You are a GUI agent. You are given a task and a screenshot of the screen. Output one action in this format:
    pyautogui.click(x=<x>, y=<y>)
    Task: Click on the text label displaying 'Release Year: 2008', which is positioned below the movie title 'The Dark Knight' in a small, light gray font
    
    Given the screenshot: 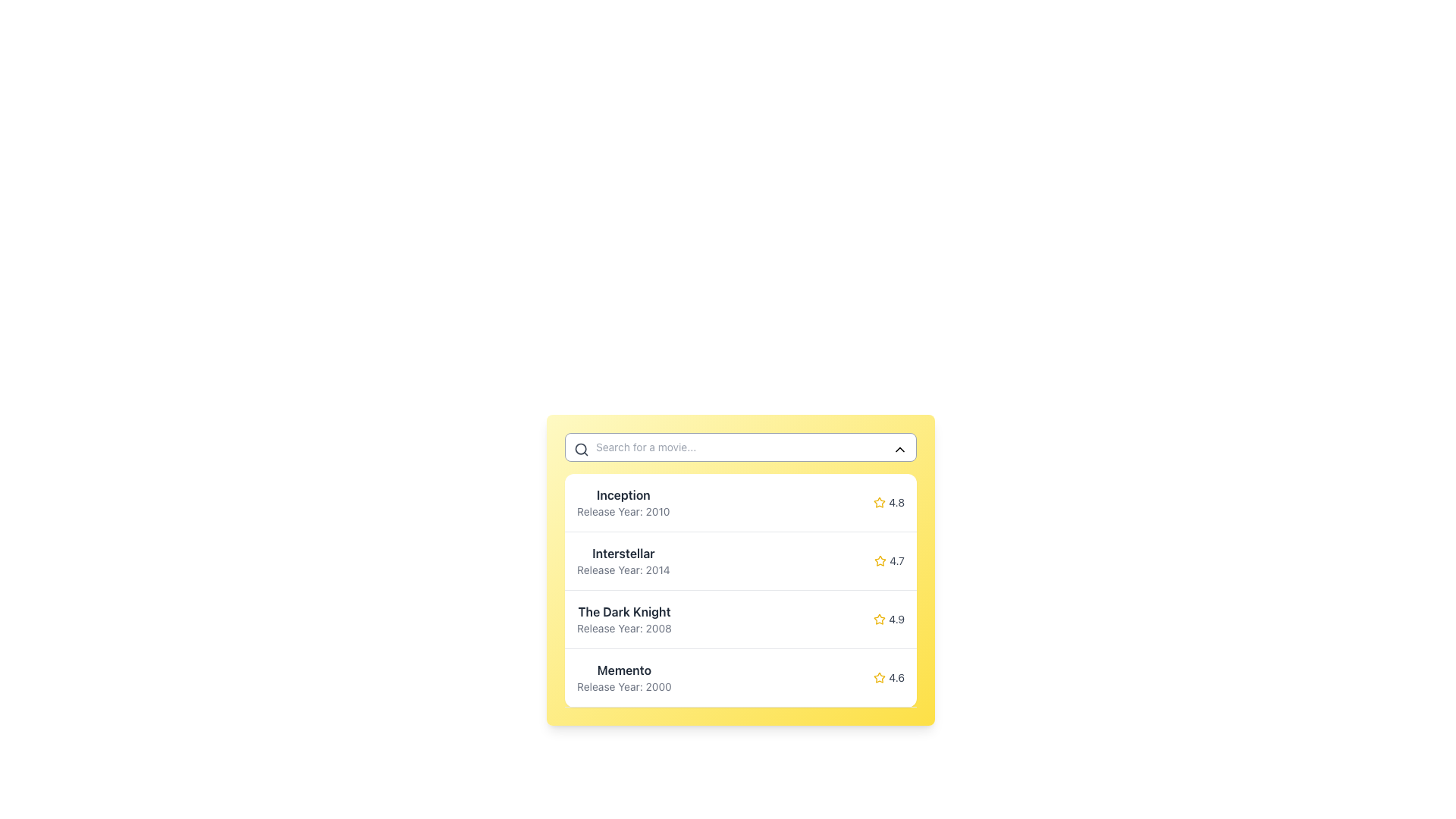 What is the action you would take?
    pyautogui.click(x=624, y=629)
    